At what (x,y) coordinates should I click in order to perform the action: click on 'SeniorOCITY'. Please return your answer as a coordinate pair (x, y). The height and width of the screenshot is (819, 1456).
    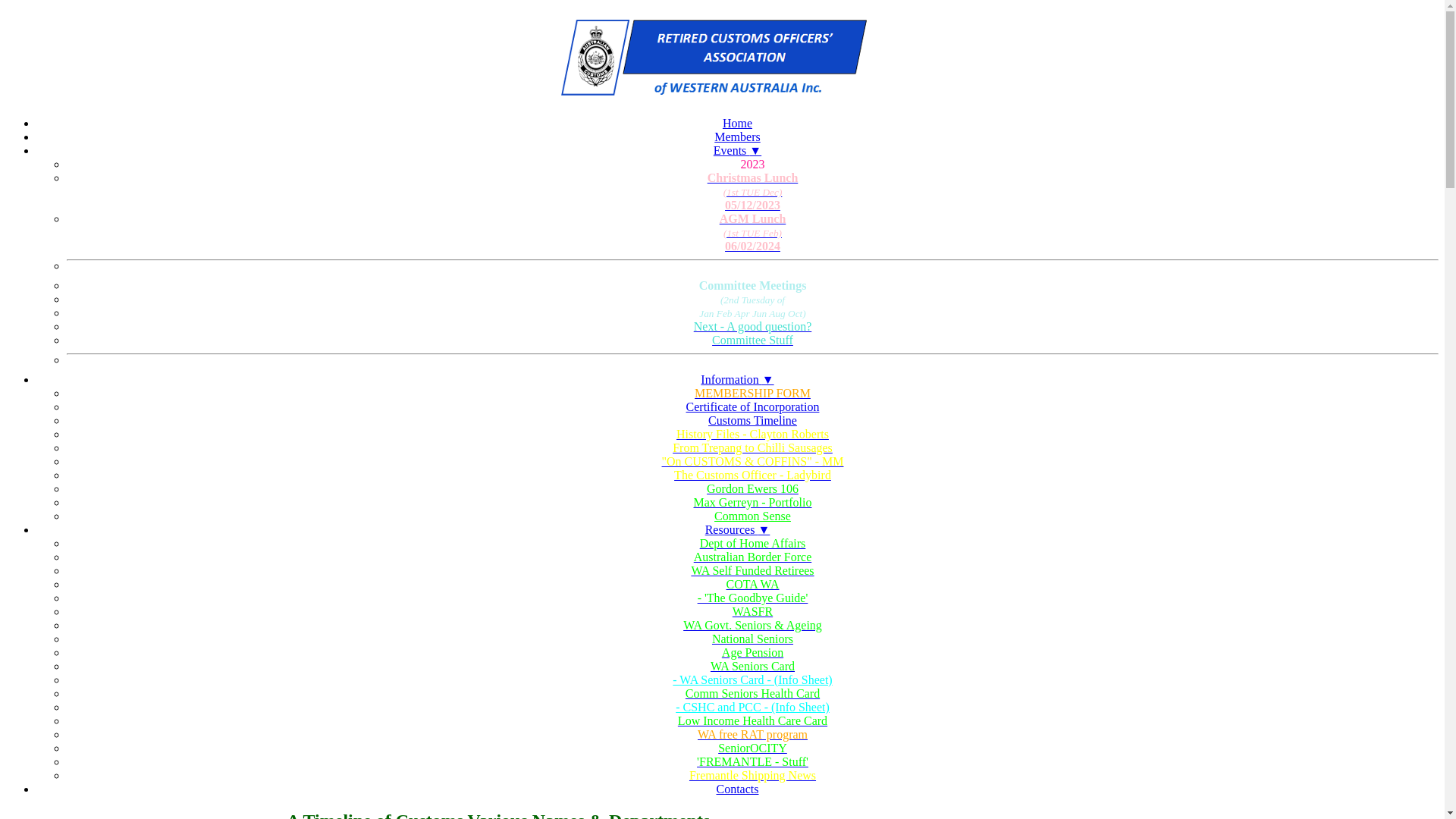
    Looking at the image, I should click on (752, 748).